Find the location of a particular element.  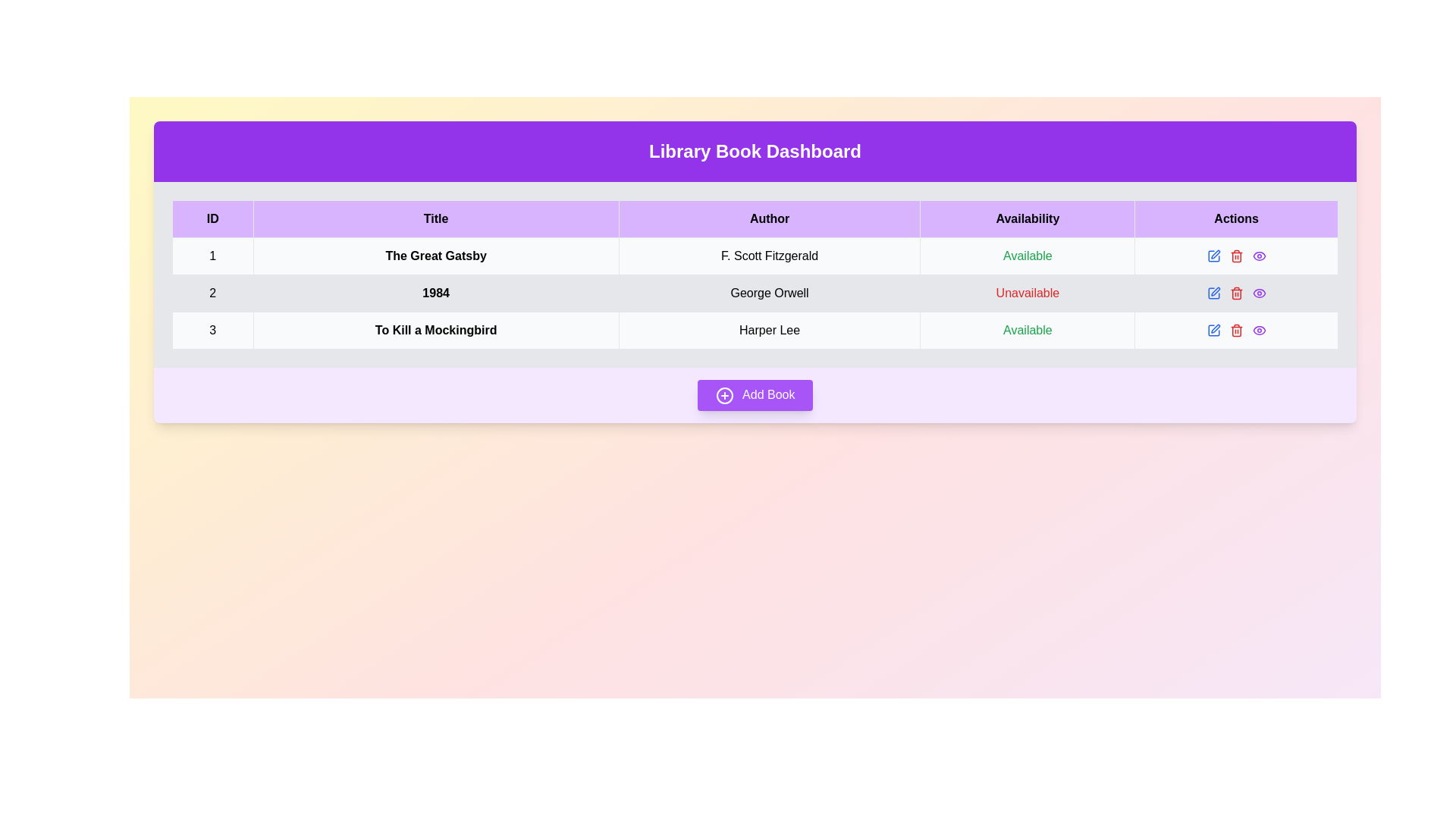

the Text label displaying the title of a book in the library dashboard table, which is located in the second row under the 'Title' column is located at coordinates (435, 293).